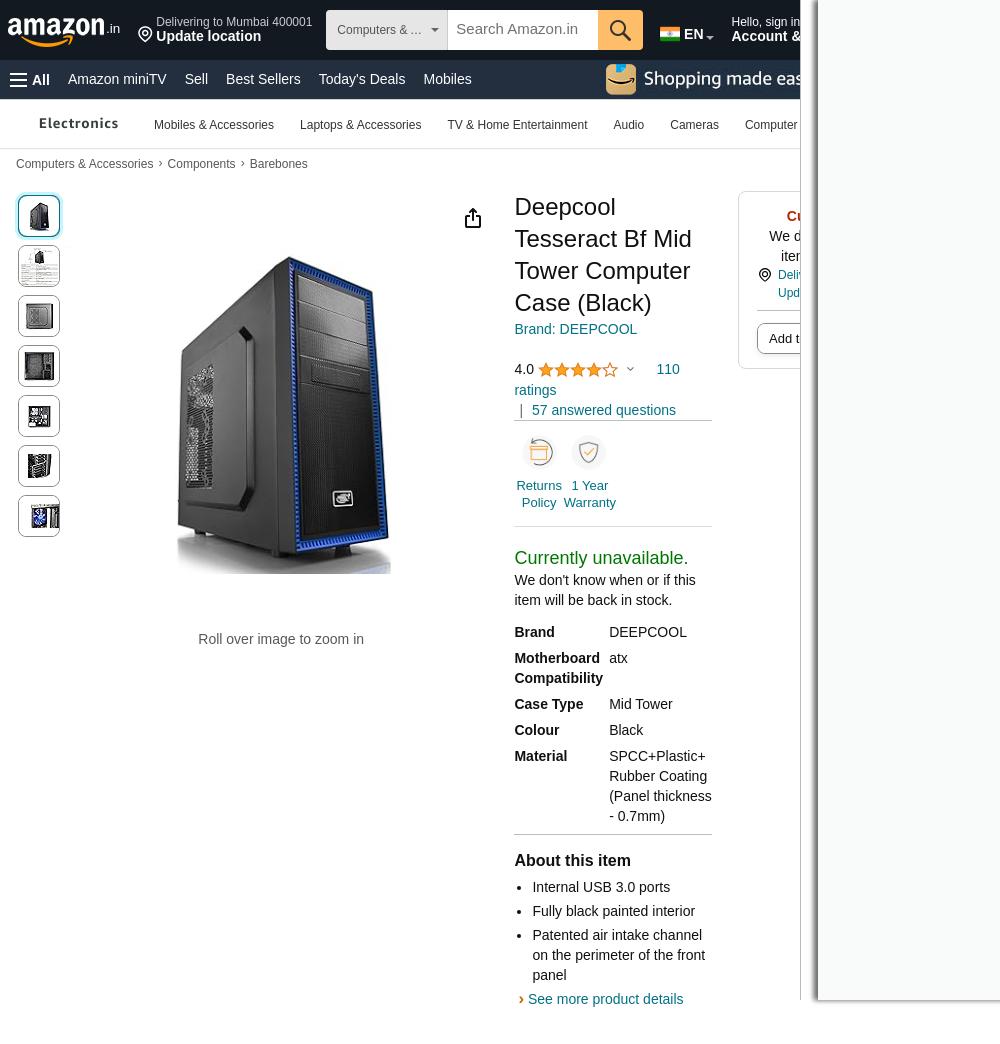  I want to click on 'Account & Lists', so click(784, 35).